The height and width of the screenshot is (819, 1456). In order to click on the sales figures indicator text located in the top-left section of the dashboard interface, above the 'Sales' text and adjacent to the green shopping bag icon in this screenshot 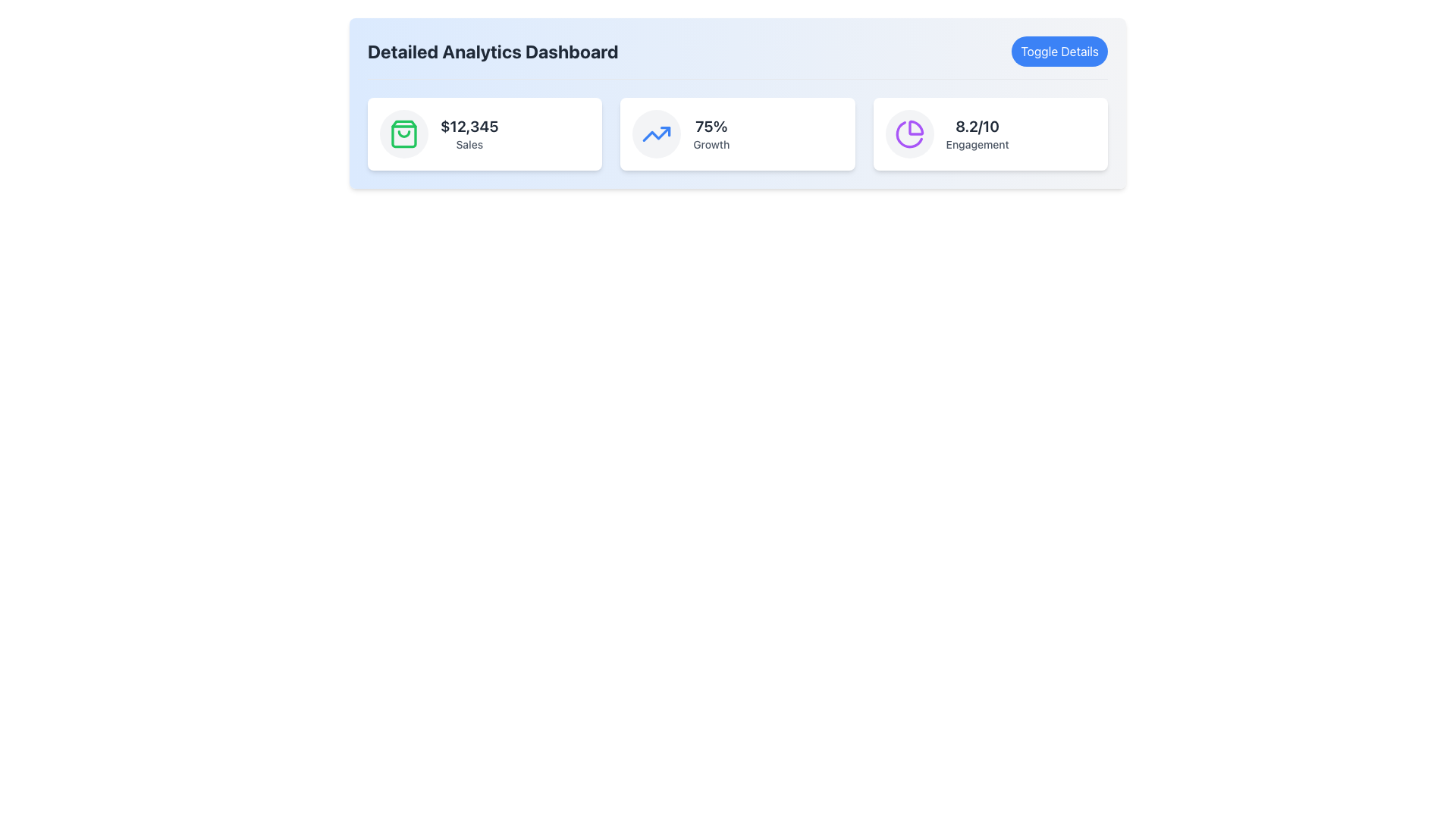, I will do `click(469, 125)`.